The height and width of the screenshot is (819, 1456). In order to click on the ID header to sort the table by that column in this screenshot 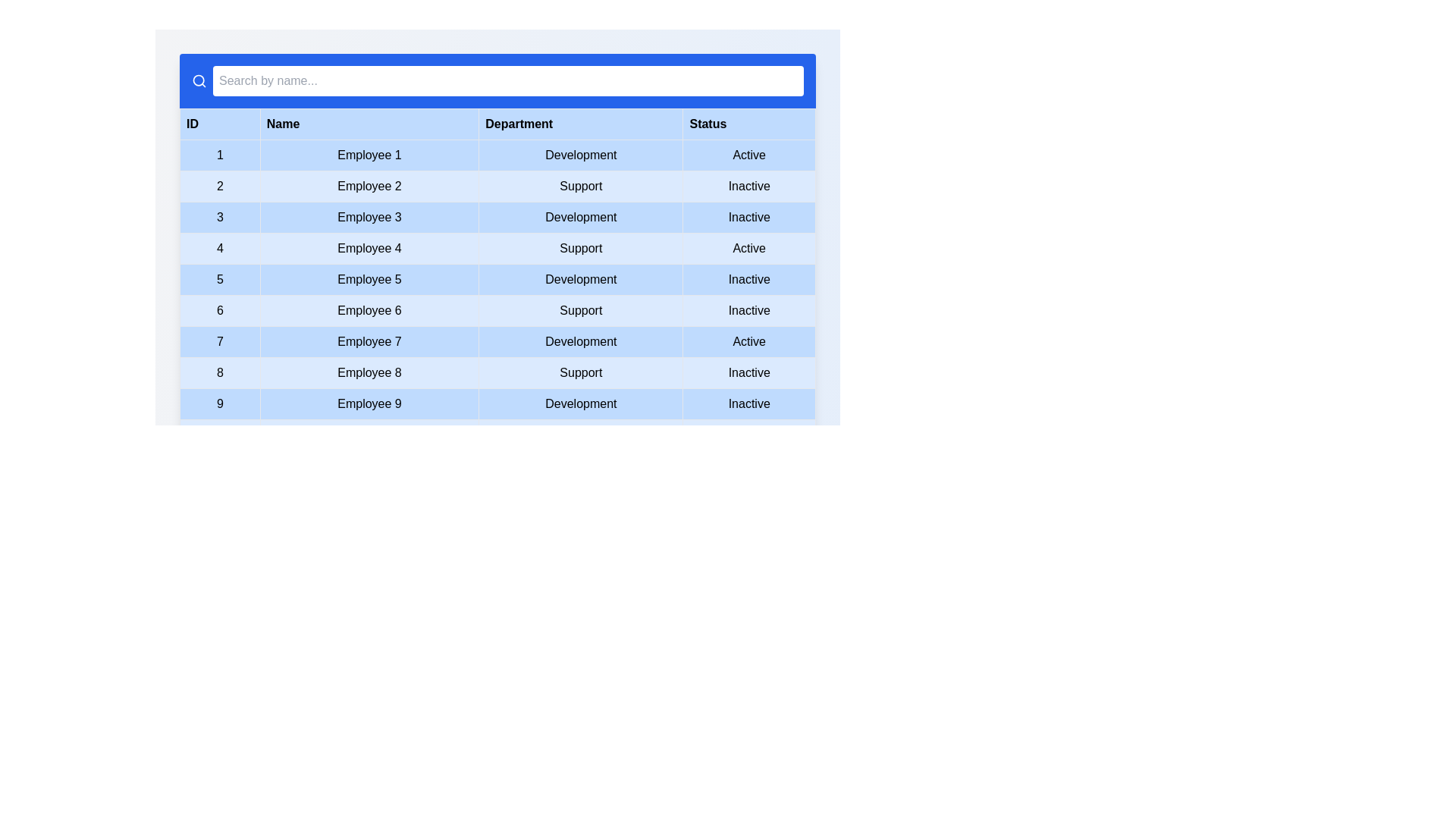, I will do `click(218, 124)`.